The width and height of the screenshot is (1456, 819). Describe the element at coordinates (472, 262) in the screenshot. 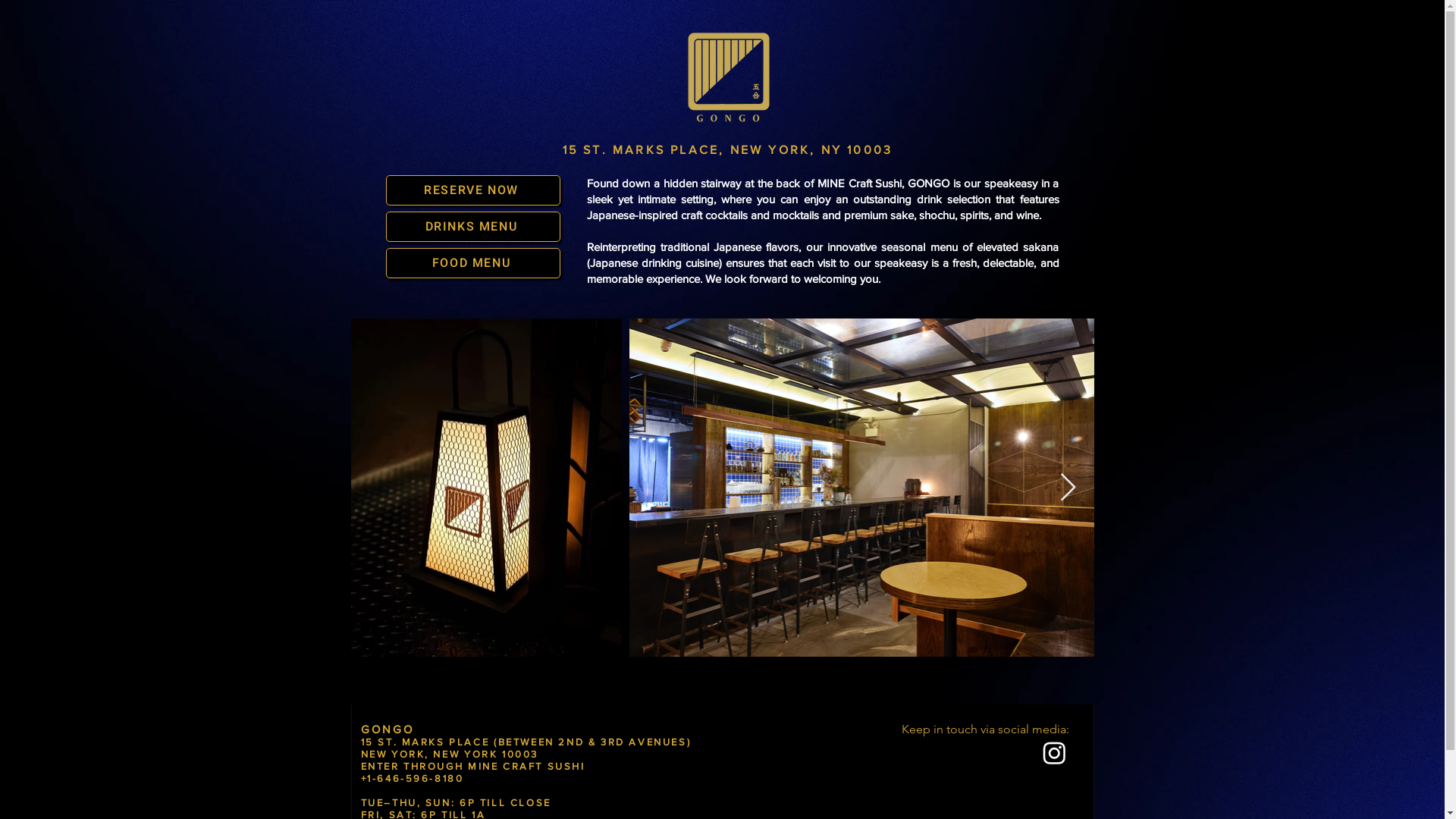

I see `'FOOD MENU'` at that location.